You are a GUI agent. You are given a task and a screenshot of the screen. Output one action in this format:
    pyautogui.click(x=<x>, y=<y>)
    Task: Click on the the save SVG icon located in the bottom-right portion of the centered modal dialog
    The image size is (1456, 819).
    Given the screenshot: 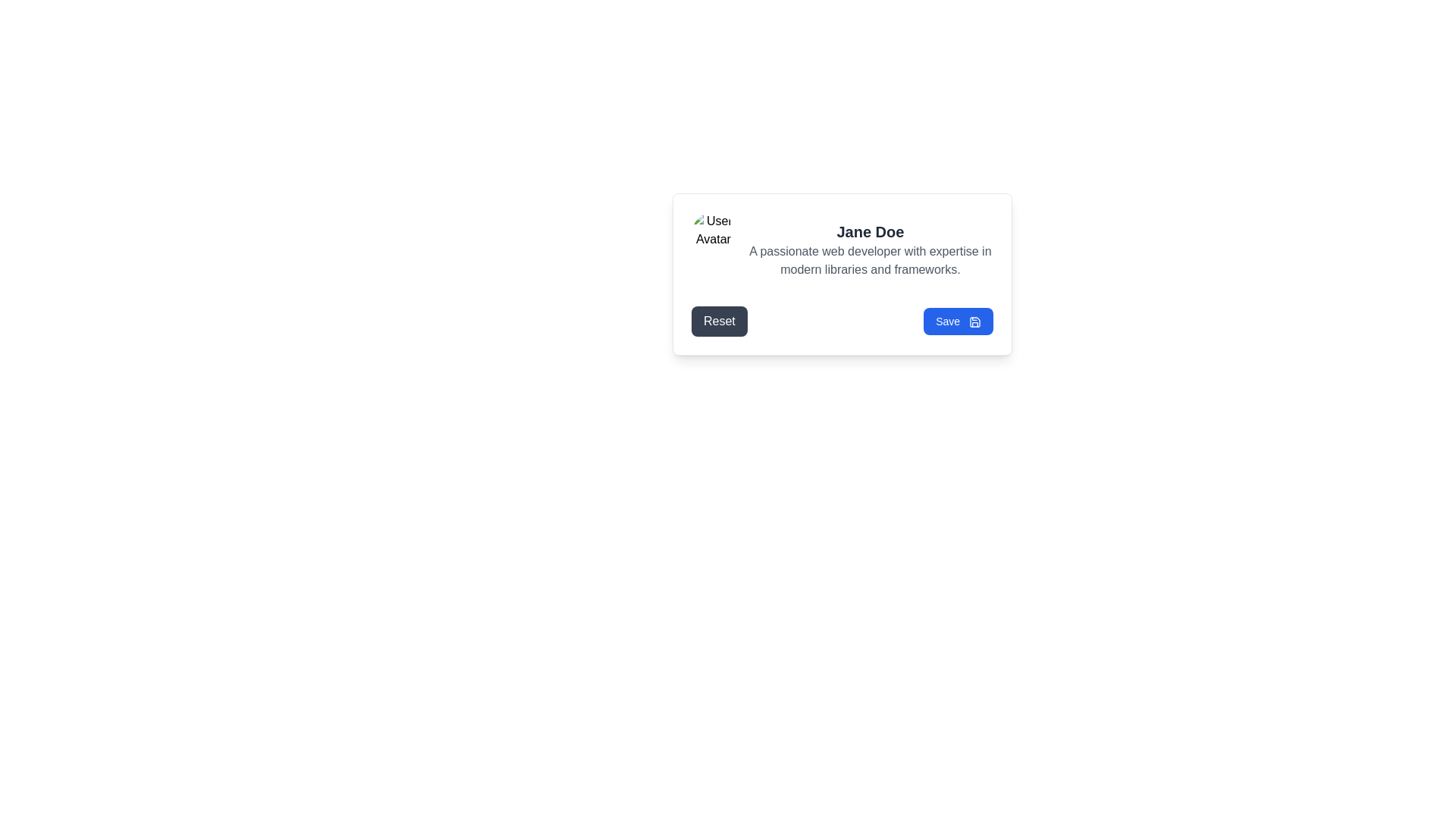 What is the action you would take?
    pyautogui.click(x=975, y=321)
    